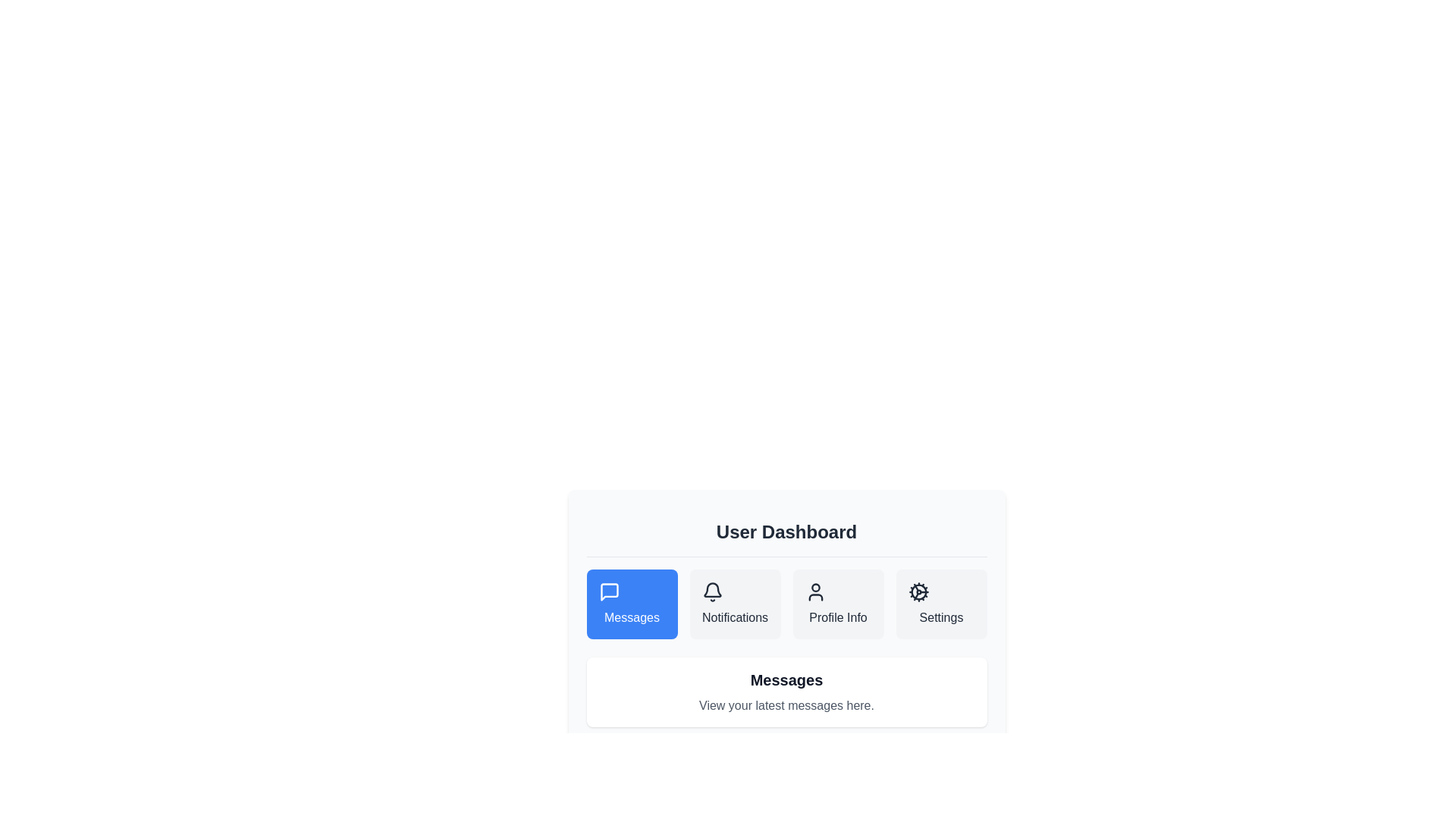  I want to click on the Notifications section by clicking on the corresponding tab button, so click(735, 604).